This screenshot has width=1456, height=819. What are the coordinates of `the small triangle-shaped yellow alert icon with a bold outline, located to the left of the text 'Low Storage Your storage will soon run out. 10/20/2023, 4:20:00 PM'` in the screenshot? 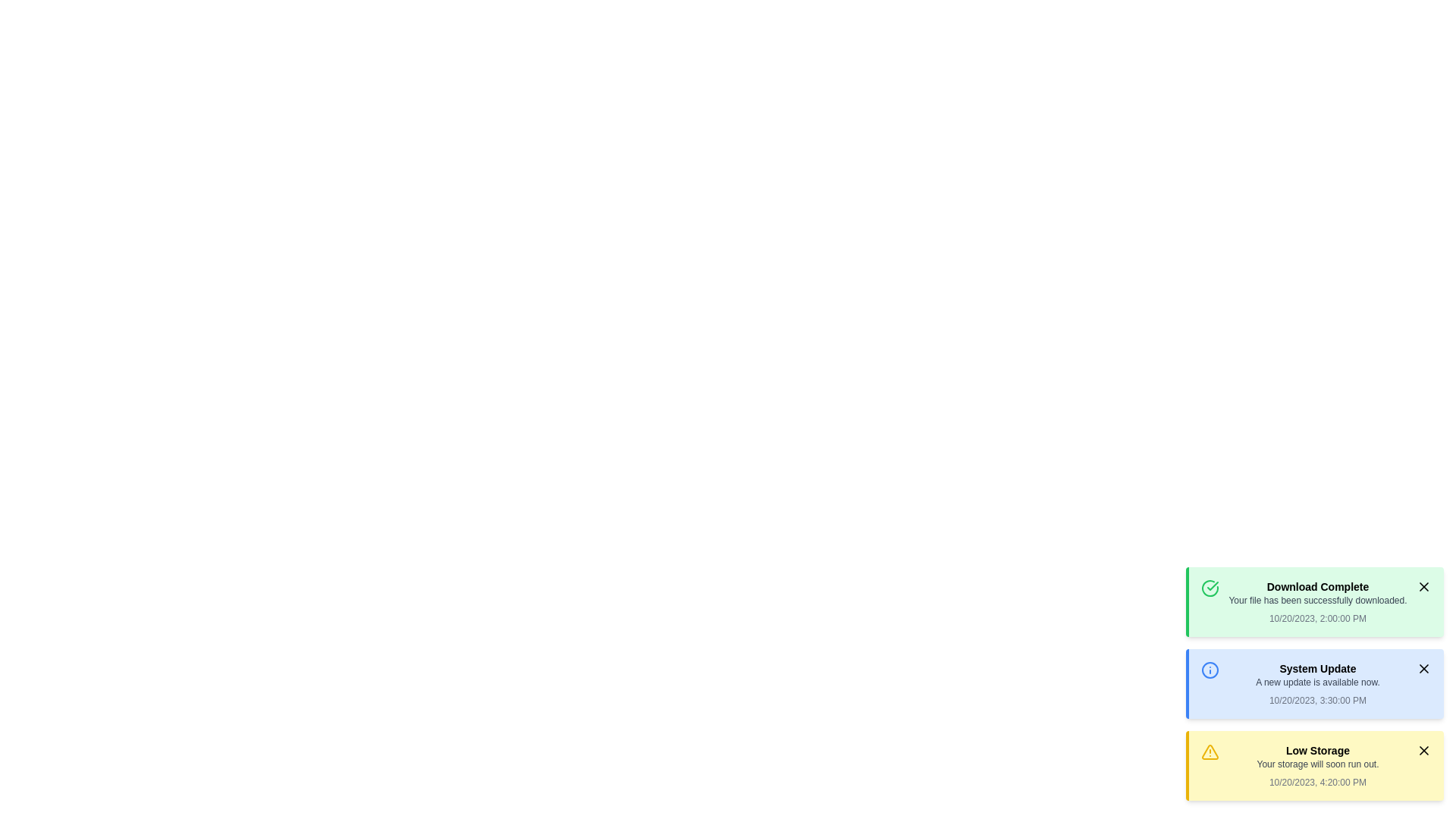 It's located at (1210, 752).